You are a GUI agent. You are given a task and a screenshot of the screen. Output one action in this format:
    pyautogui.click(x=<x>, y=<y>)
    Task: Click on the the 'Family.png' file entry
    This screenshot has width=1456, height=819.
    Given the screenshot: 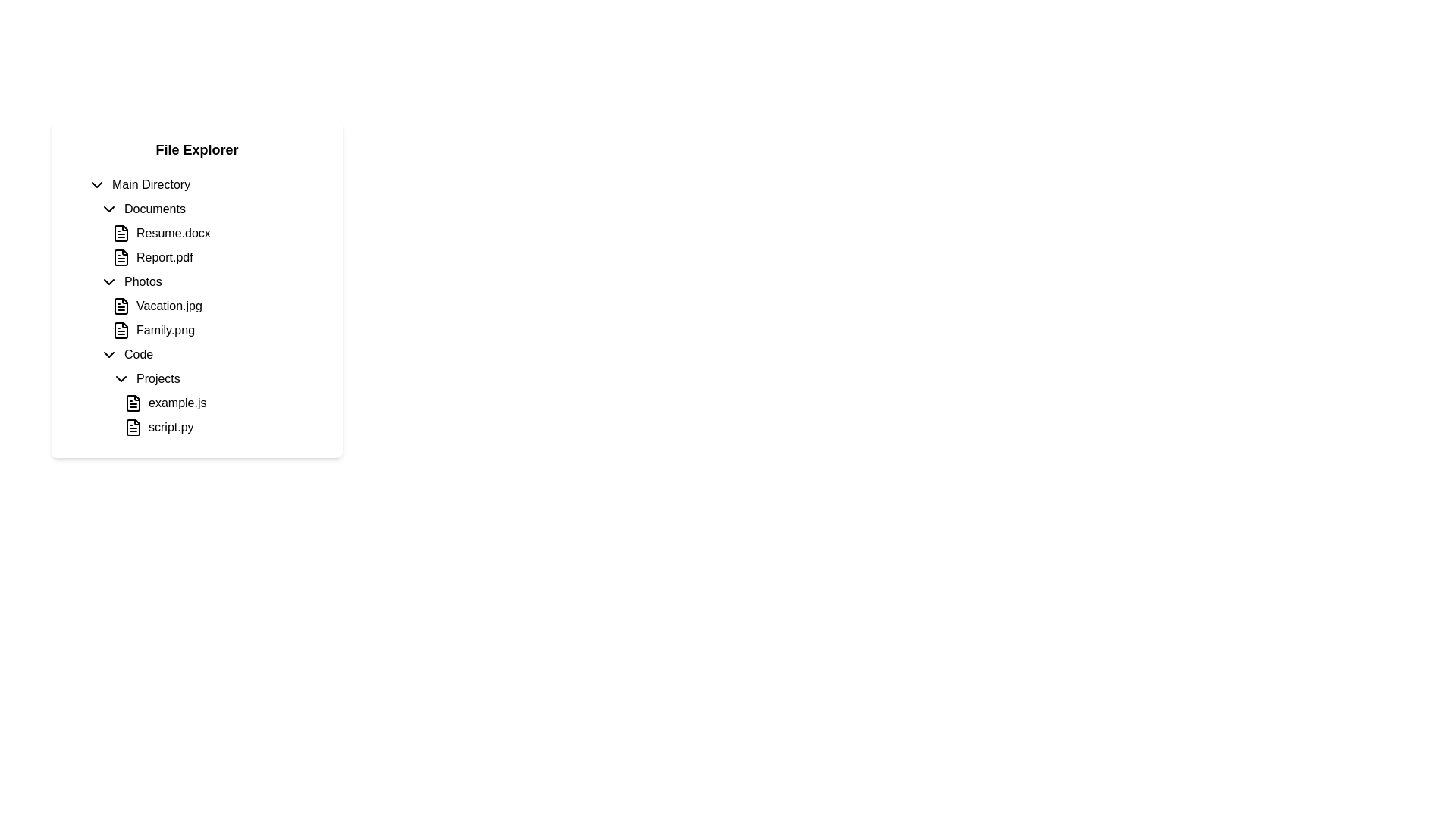 What is the action you would take?
    pyautogui.click(x=214, y=329)
    